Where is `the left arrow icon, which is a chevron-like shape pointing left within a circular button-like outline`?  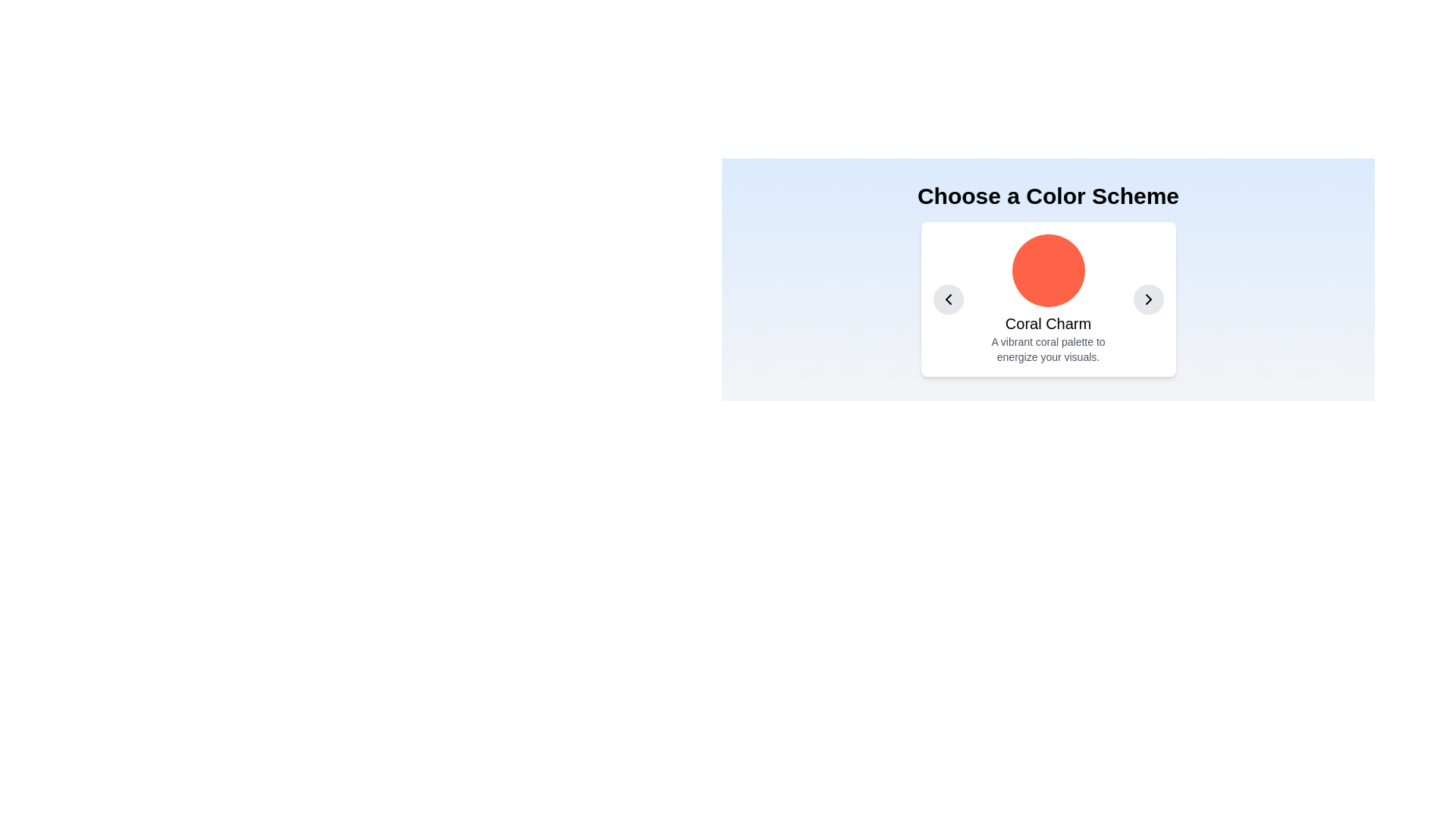
the left arrow icon, which is a chevron-like shape pointing left within a circular button-like outline is located at coordinates (947, 299).